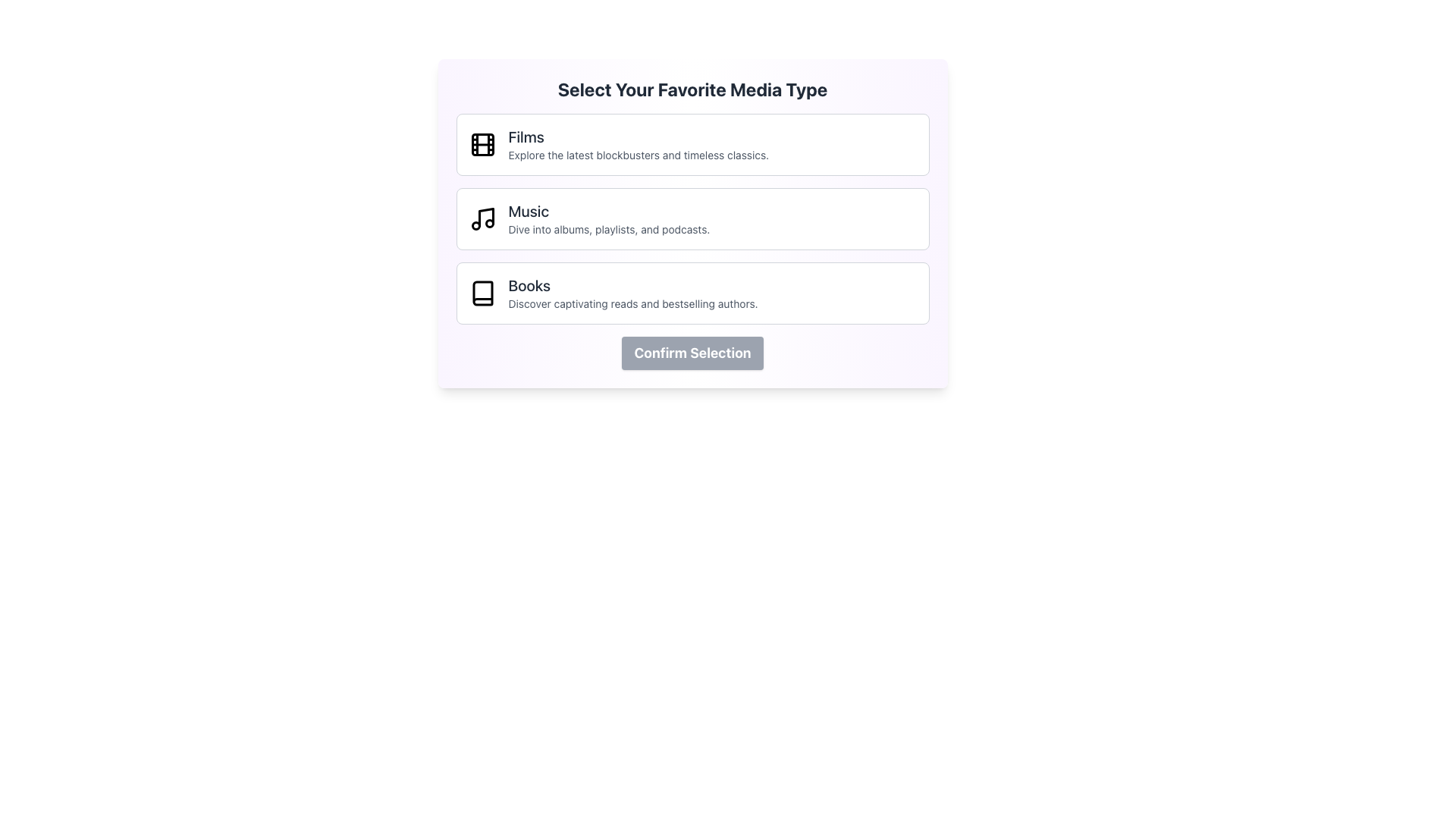 The height and width of the screenshot is (819, 1456). Describe the element at coordinates (489, 223) in the screenshot. I see `the small black circle, which is the second circle in the music icon located in the 'Music' section of the menu` at that location.